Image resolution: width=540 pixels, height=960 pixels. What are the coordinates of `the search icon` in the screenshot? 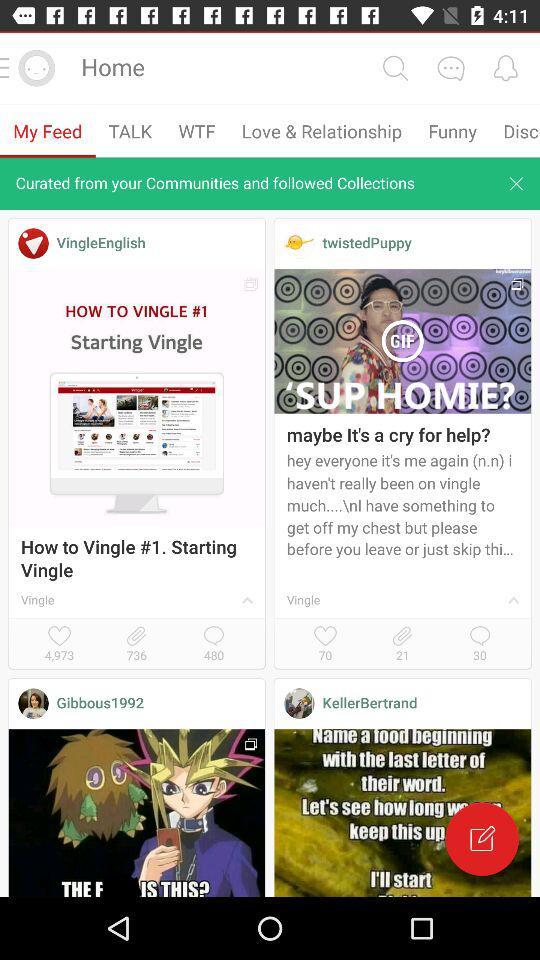 It's located at (395, 68).